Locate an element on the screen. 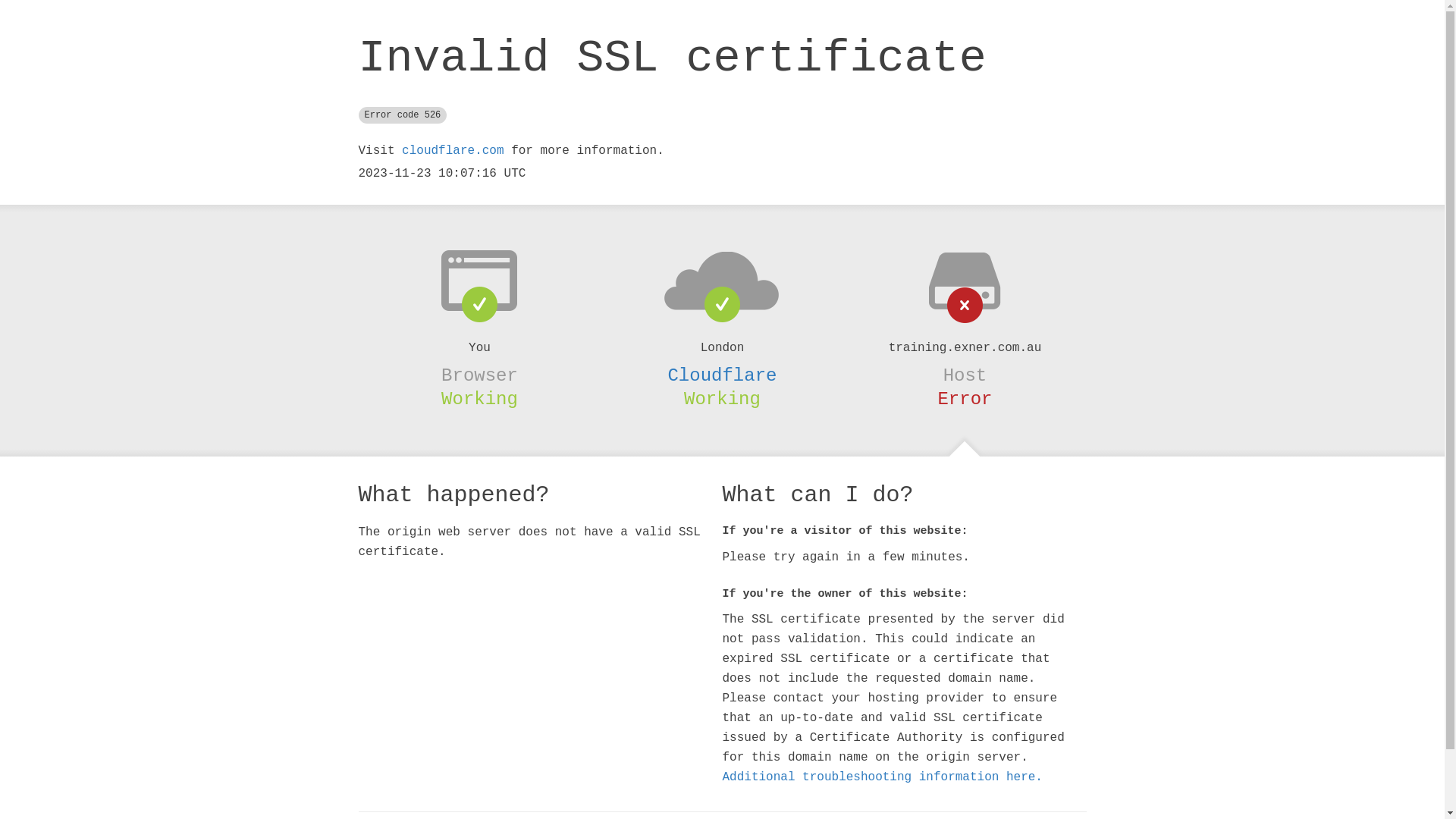  'cloudflare.com' is located at coordinates (451, 151).